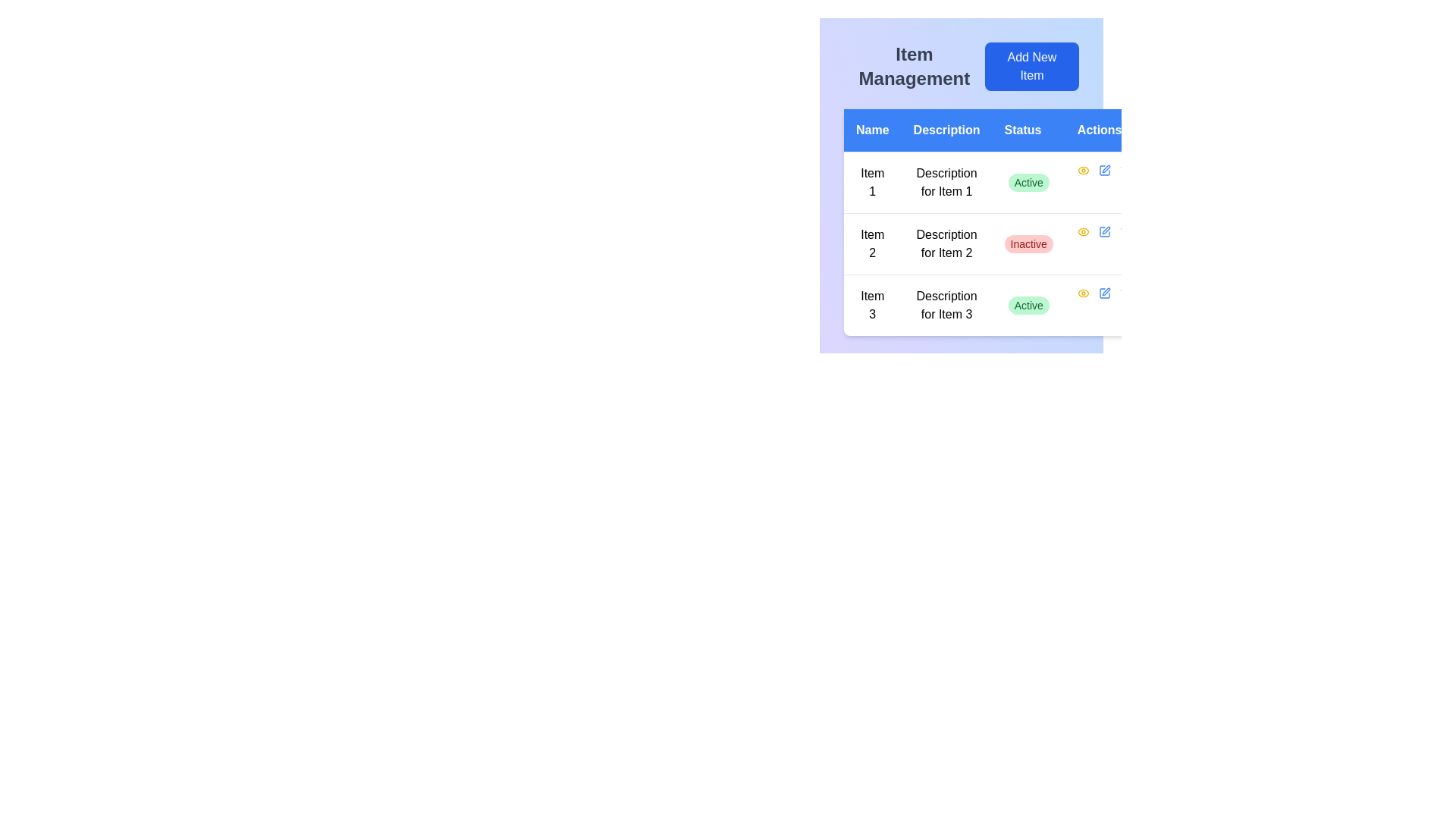 This screenshot has height=819, width=1456. Describe the element at coordinates (1028, 305) in the screenshot. I see `the Status indicator badge for 'Item 3' in the Status column of the table` at that location.